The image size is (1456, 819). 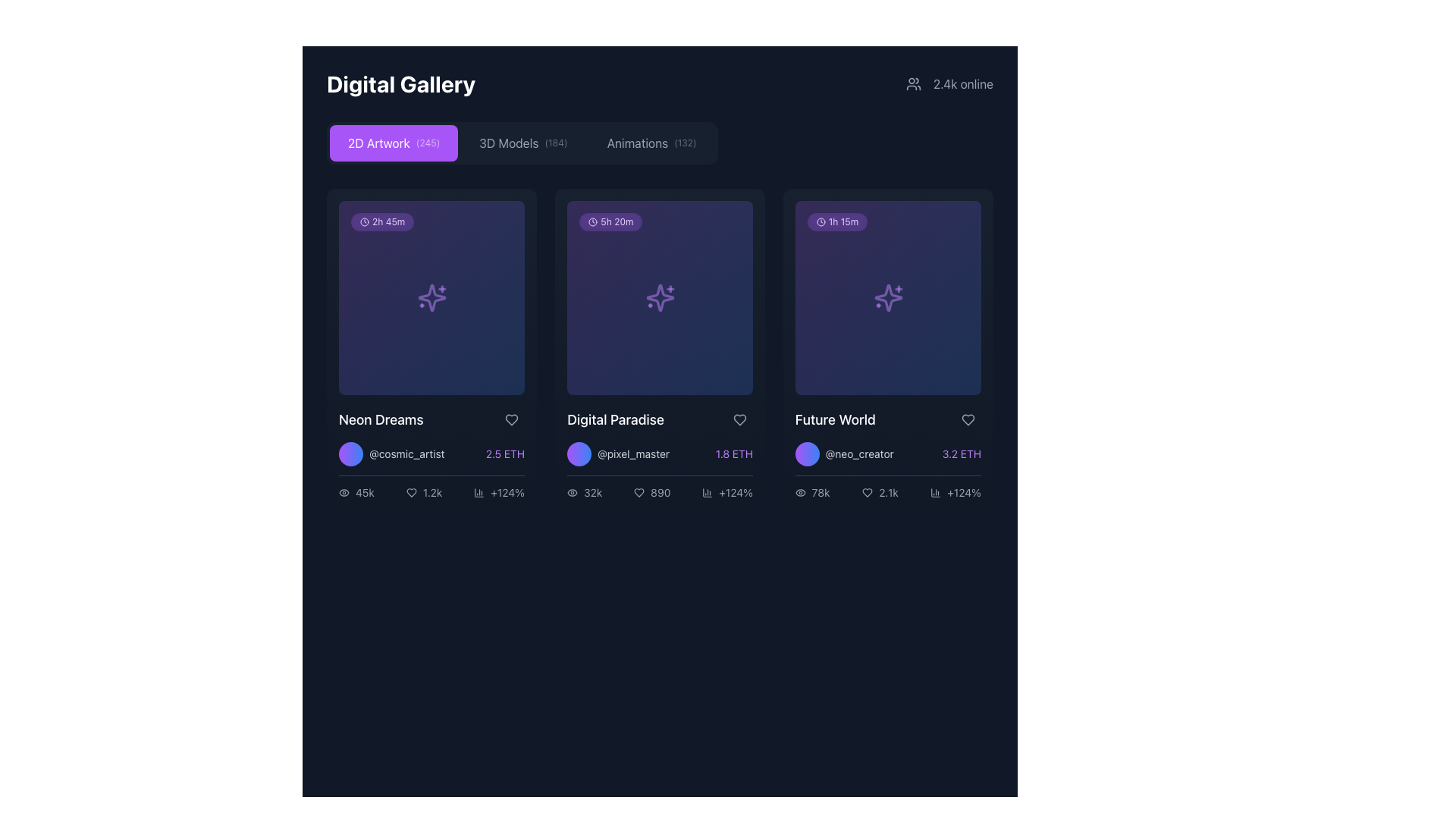 I want to click on the heart icon within the rounded button located in the bottom-right corner of the 'Future World' card to possibly focus or show more options, so click(x=967, y=420).